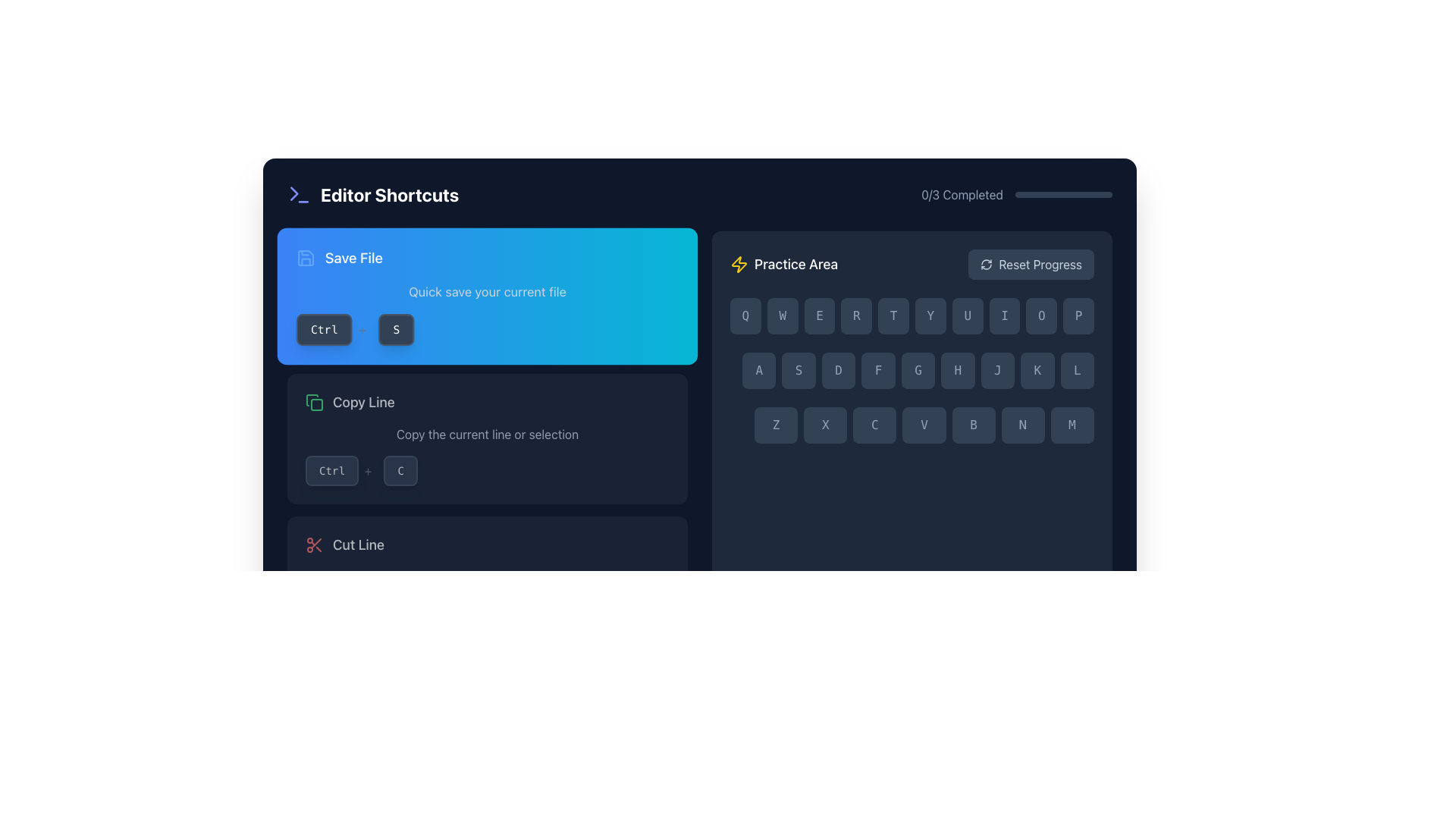 This screenshot has width=1456, height=819. I want to click on the rounded rectangular button with a dark slate-blue background and light gray text displaying 'R', located in the 'Practice Area' section of the virtual keyboard, so click(856, 315).